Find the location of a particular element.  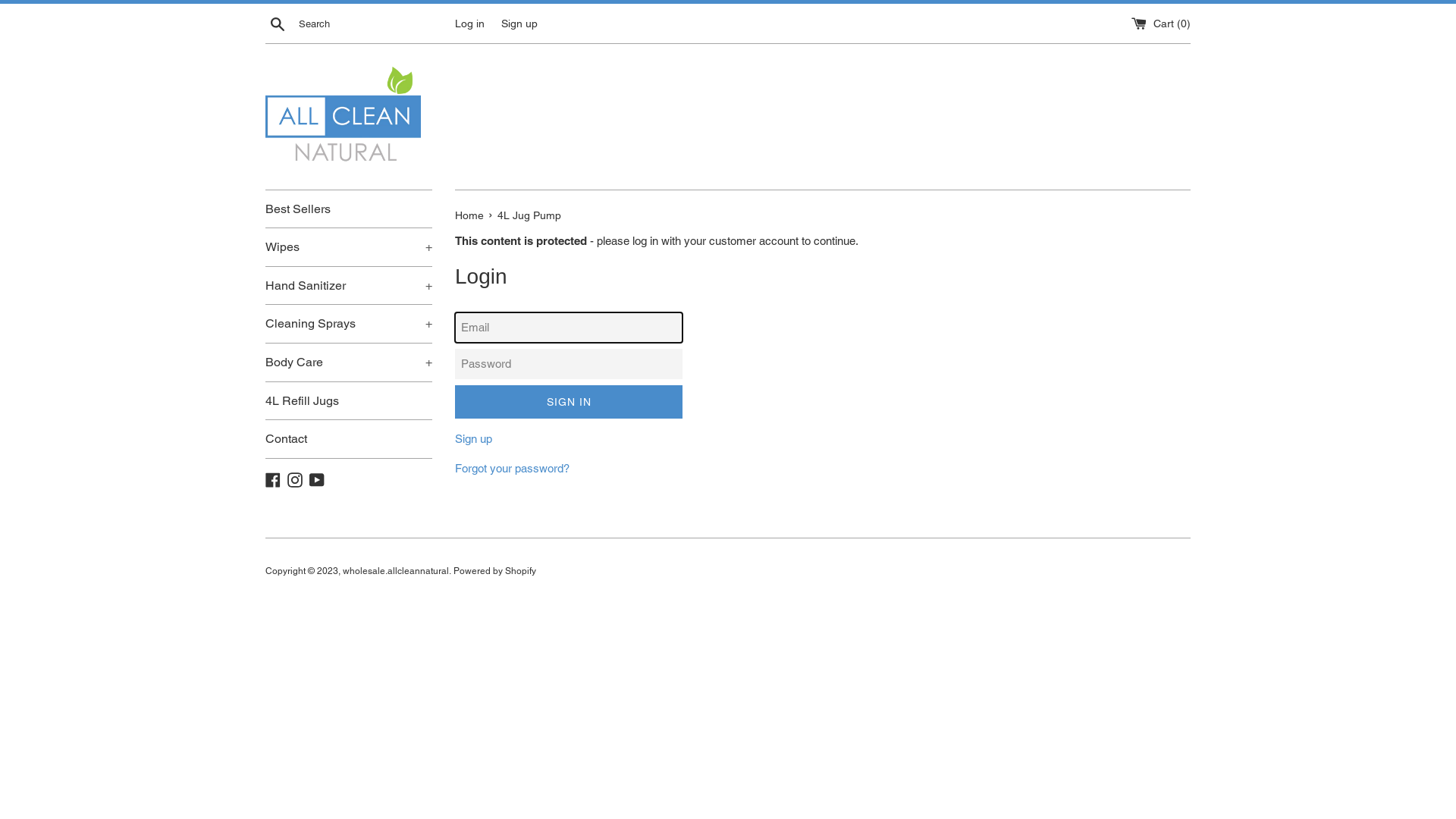

'Facebook' is located at coordinates (273, 479).